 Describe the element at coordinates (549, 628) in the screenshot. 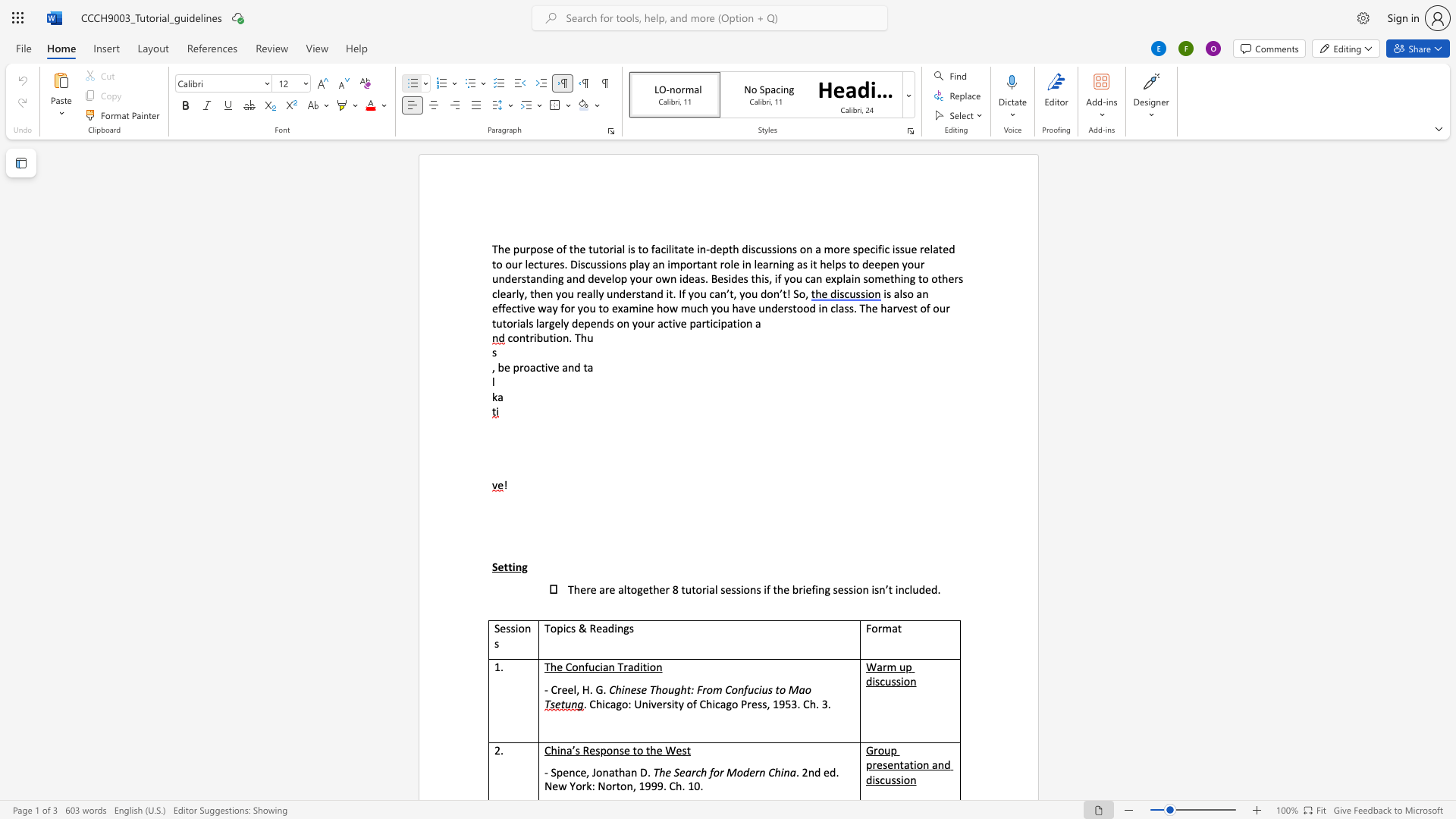

I see `the space between the continuous character "T" and "o" in the text` at that location.